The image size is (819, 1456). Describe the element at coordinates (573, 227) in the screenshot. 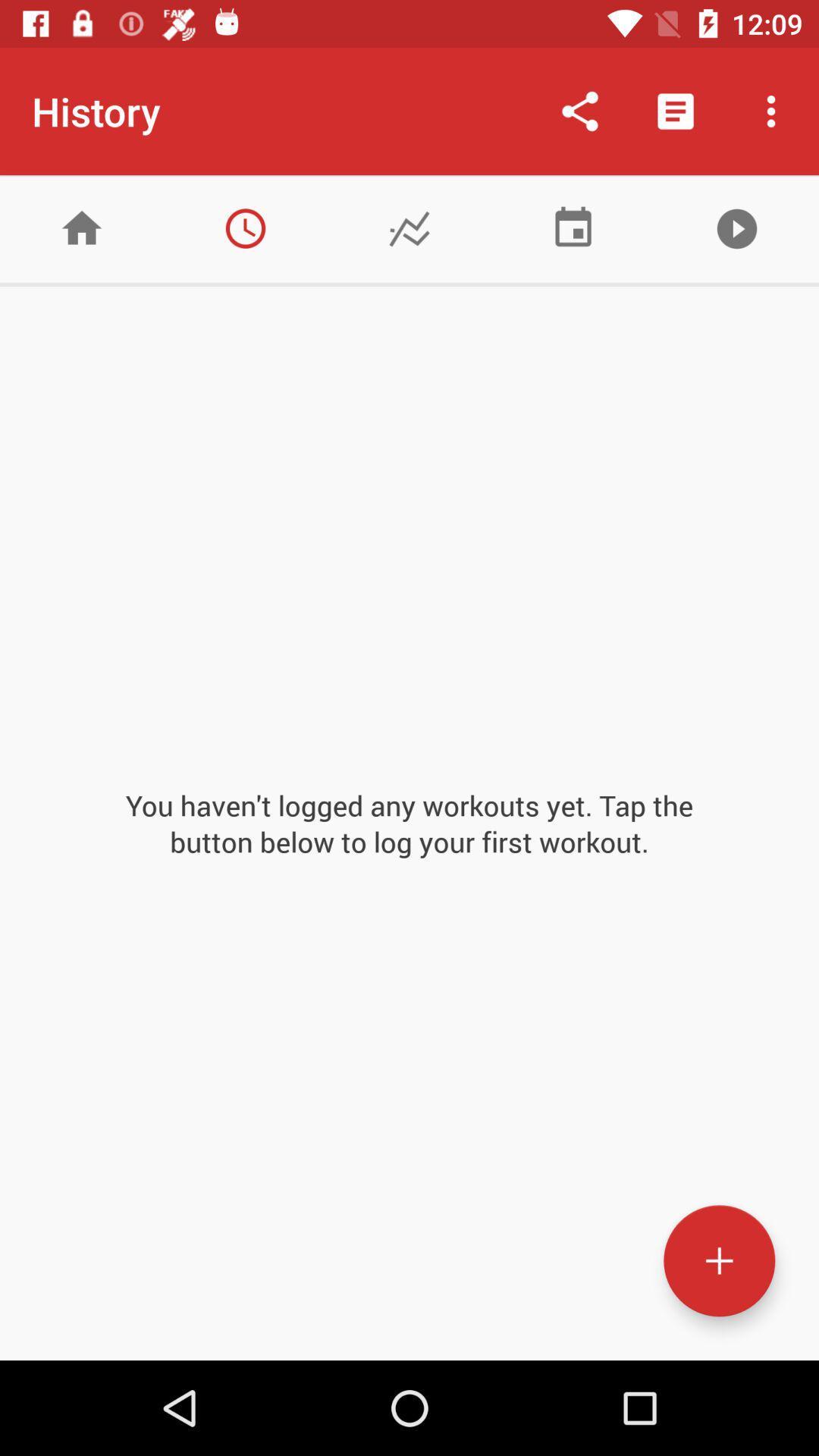

I see `this label was calender` at that location.